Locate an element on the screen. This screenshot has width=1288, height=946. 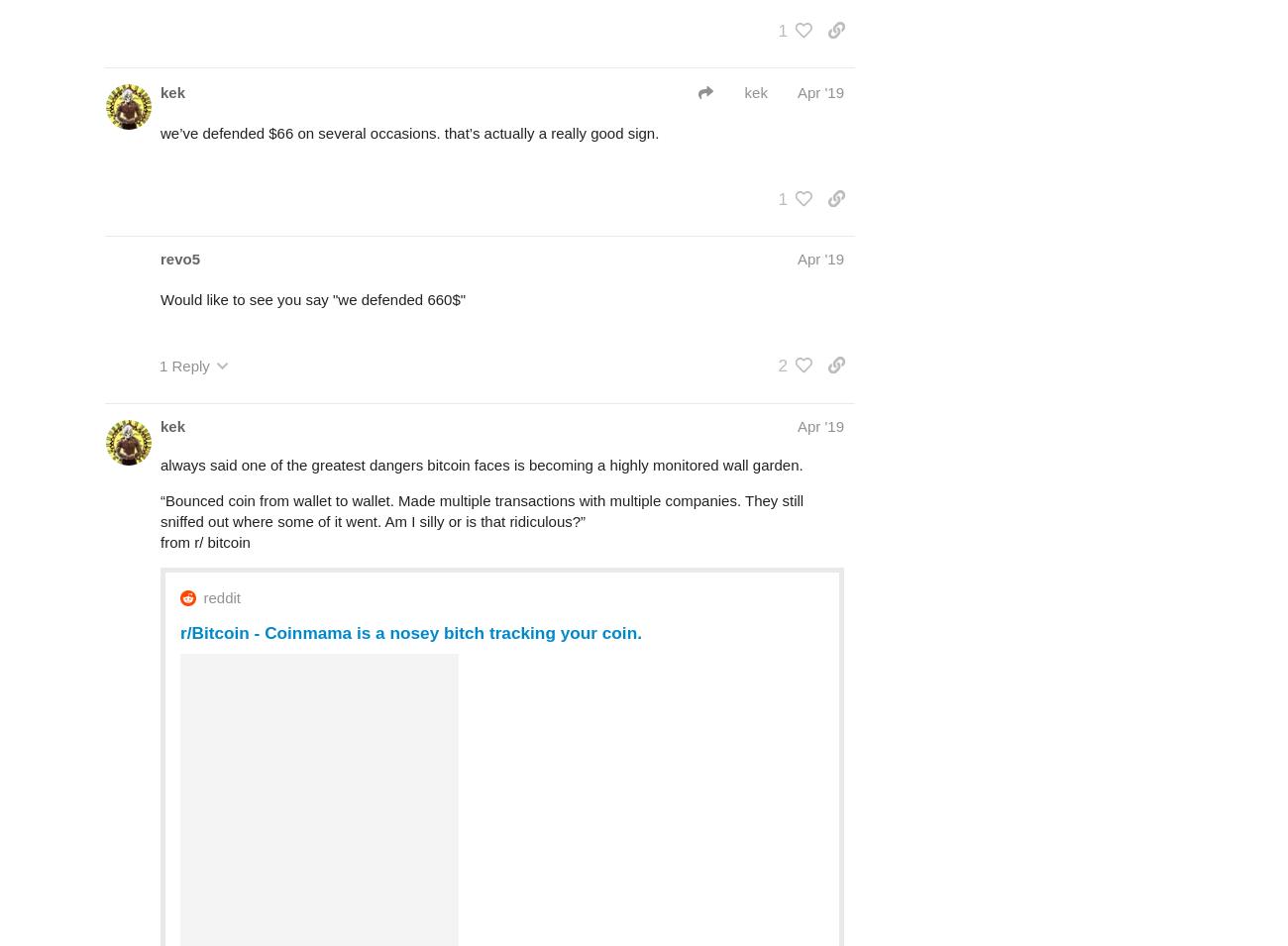
'we’ve defended $66 on several occasions. that’s actually a really good sign.' is located at coordinates (409, 131).